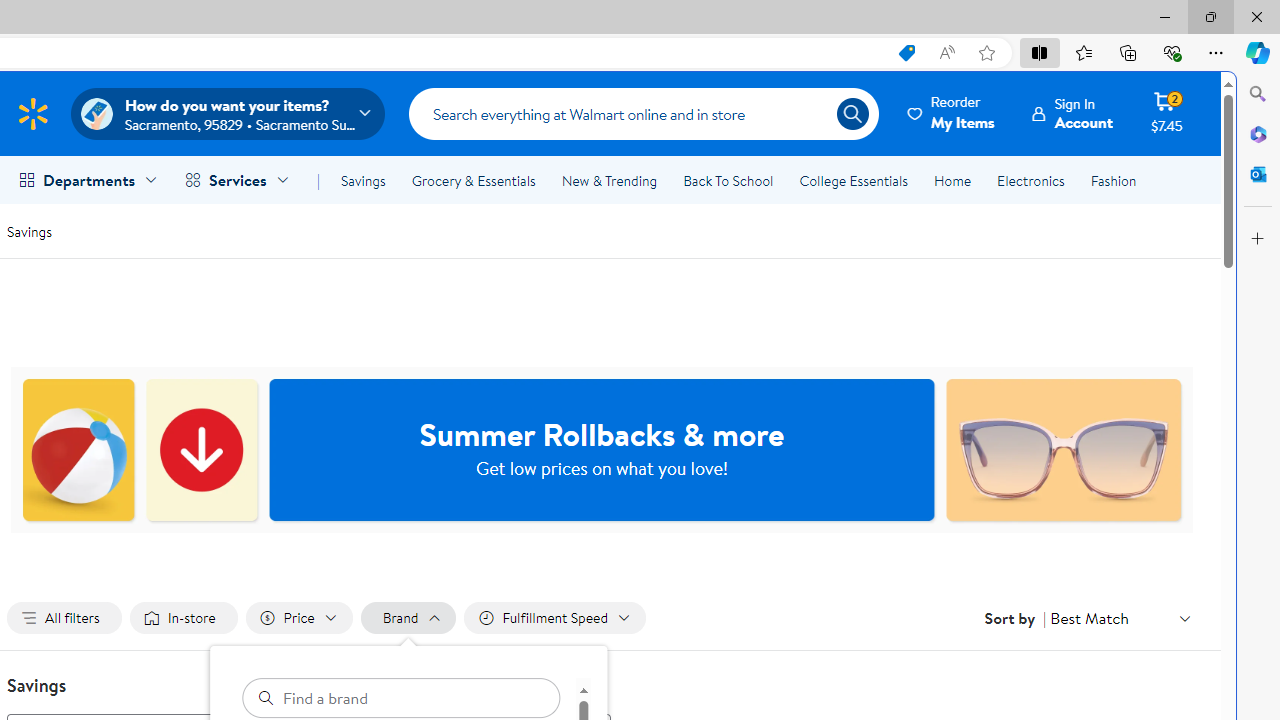 This screenshot has height=720, width=1280. I want to click on 'Back To School', so click(727, 181).